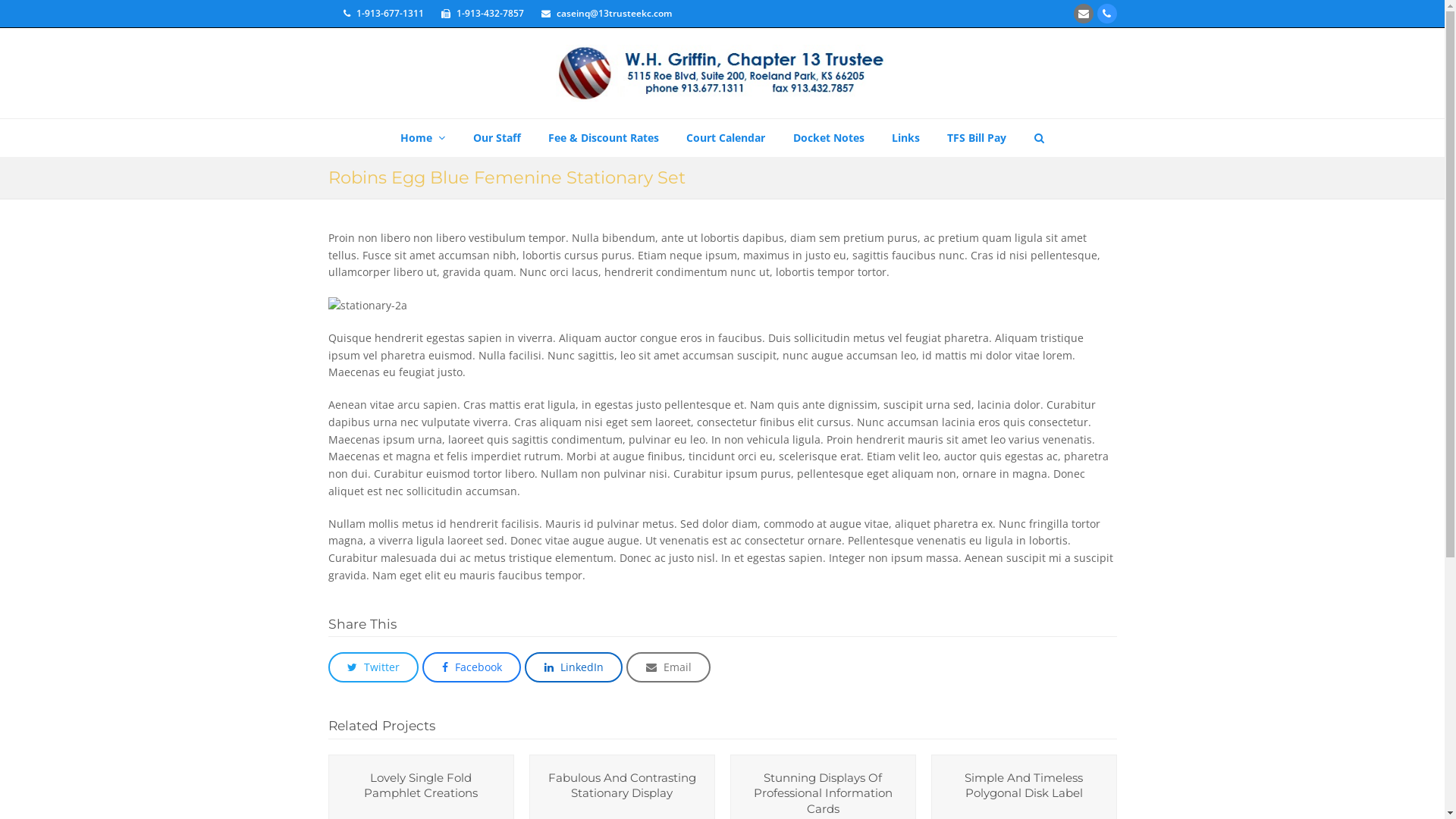 This screenshot has height=819, width=1456. Describe the element at coordinates (1106, 14) in the screenshot. I see `'Phone'` at that location.